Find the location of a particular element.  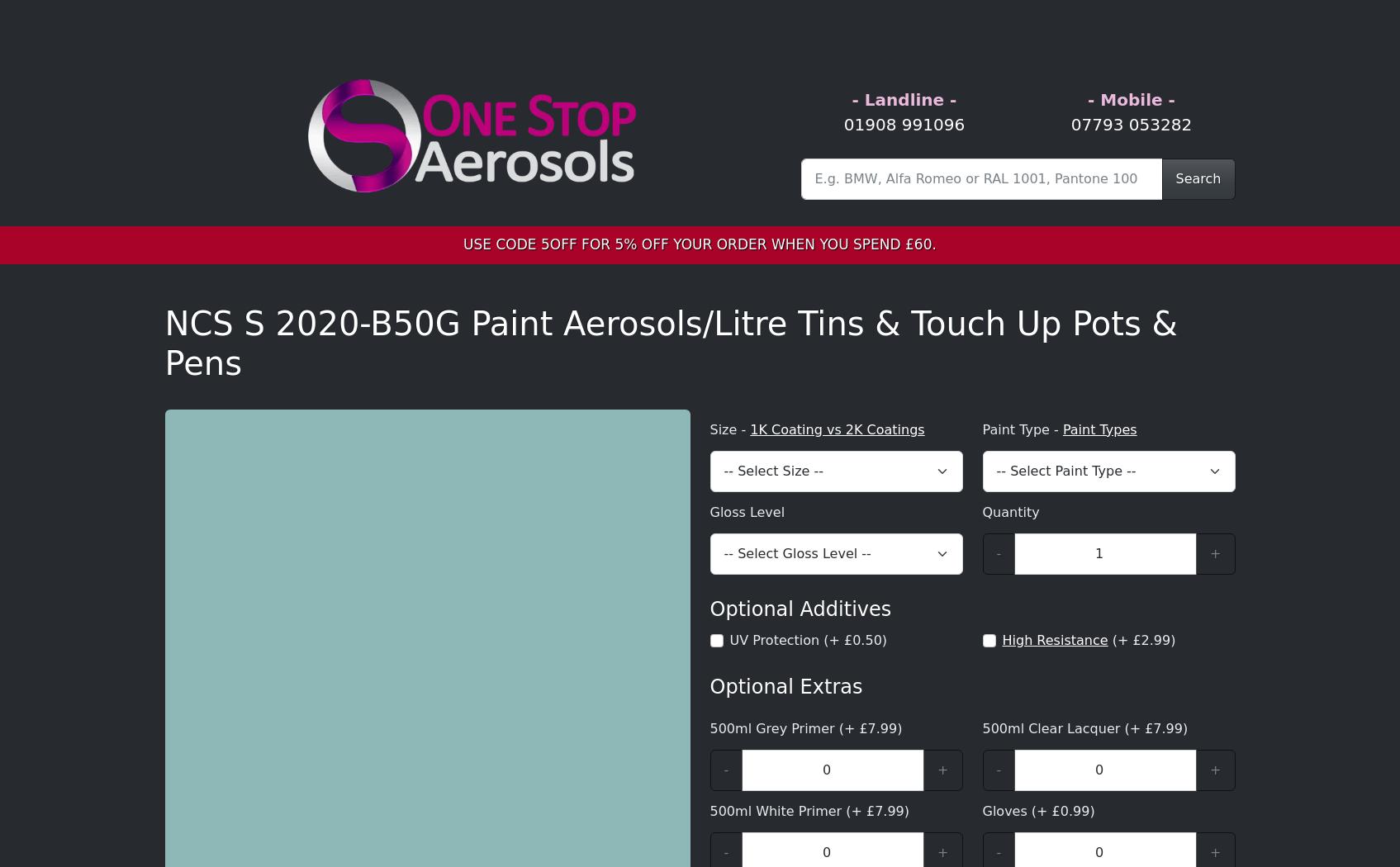

'#8CB9B7' is located at coordinates (395, 277).